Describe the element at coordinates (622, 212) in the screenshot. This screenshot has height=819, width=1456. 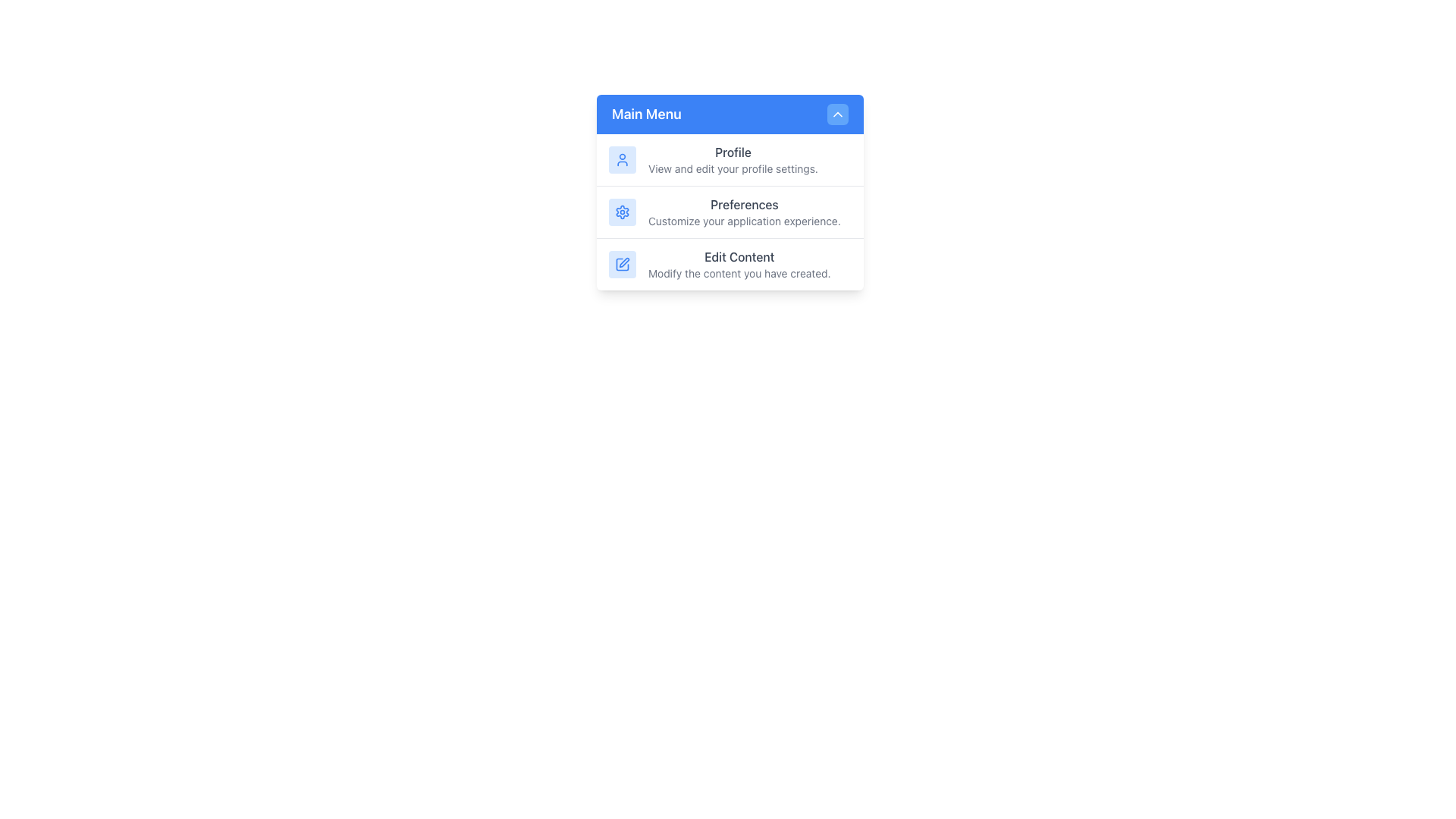
I see `the 'Preferences' icon located in the second row of the dropdown menu` at that location.